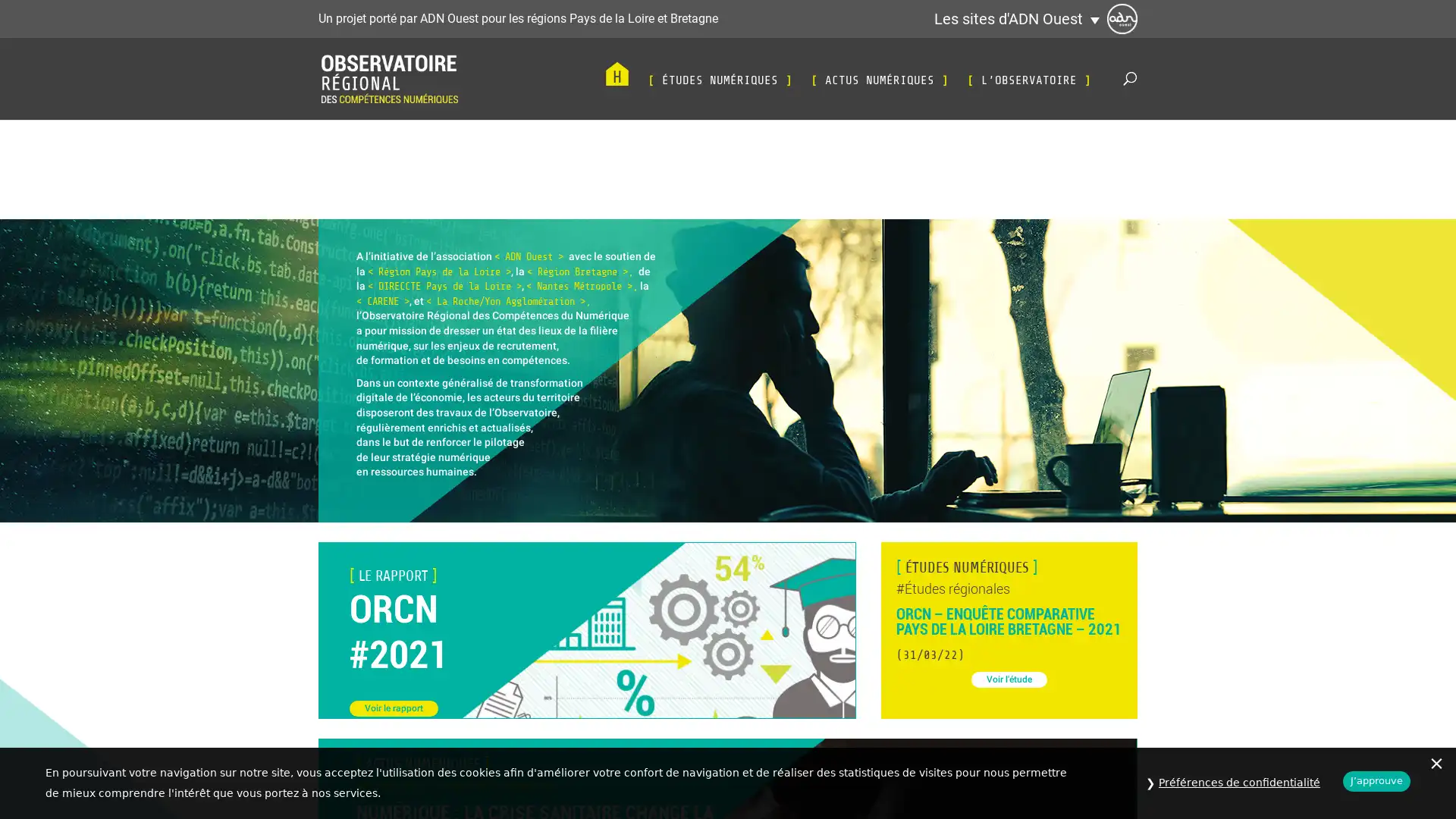 The height and width of the screenshot is (819, 1456). Describe the element at coordinates (1376, 781) in the screenshot. I see `Japprouve` at that location.